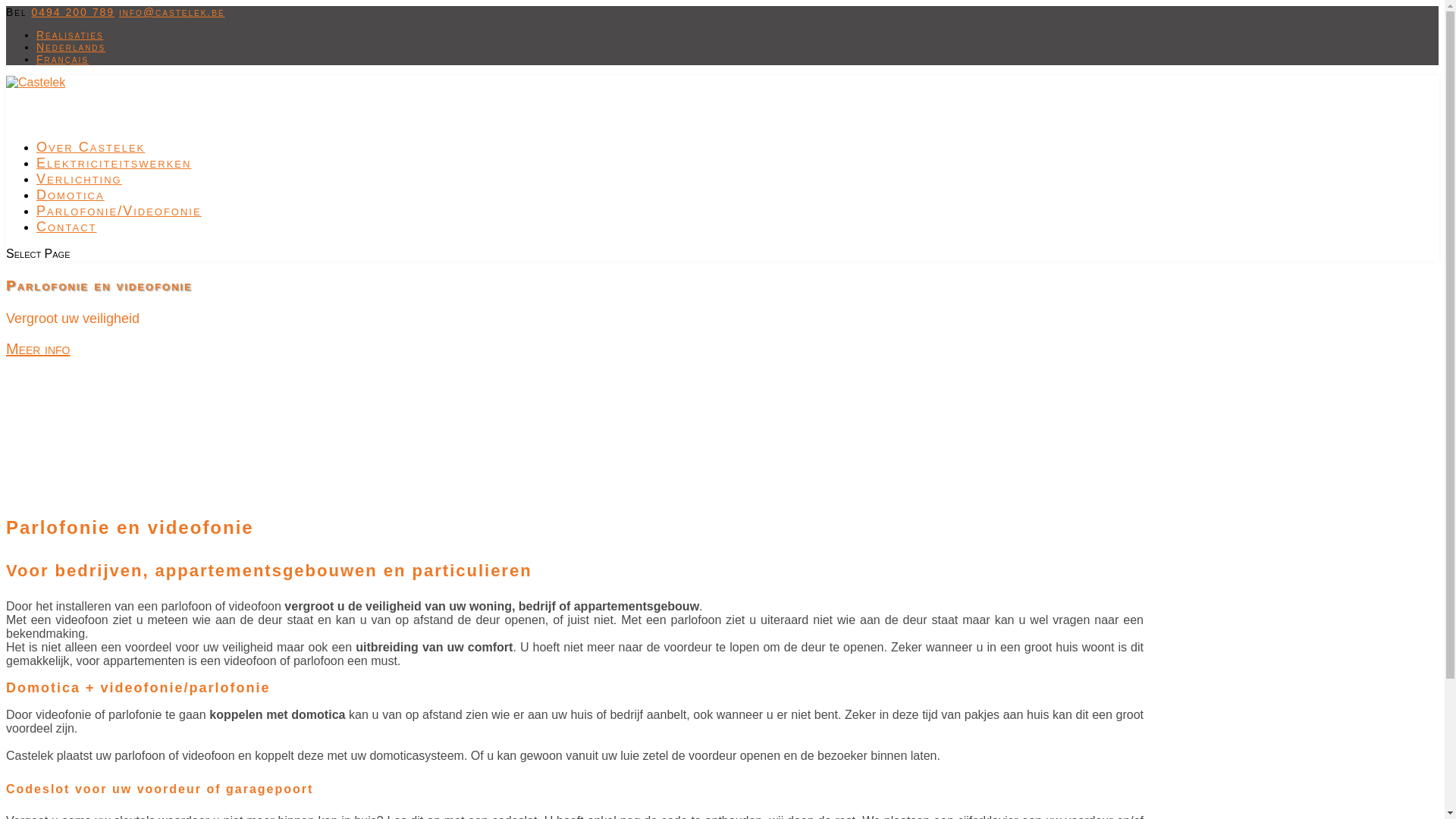  I want to click on 'Elektriciteitswerken', so click(112, 180).